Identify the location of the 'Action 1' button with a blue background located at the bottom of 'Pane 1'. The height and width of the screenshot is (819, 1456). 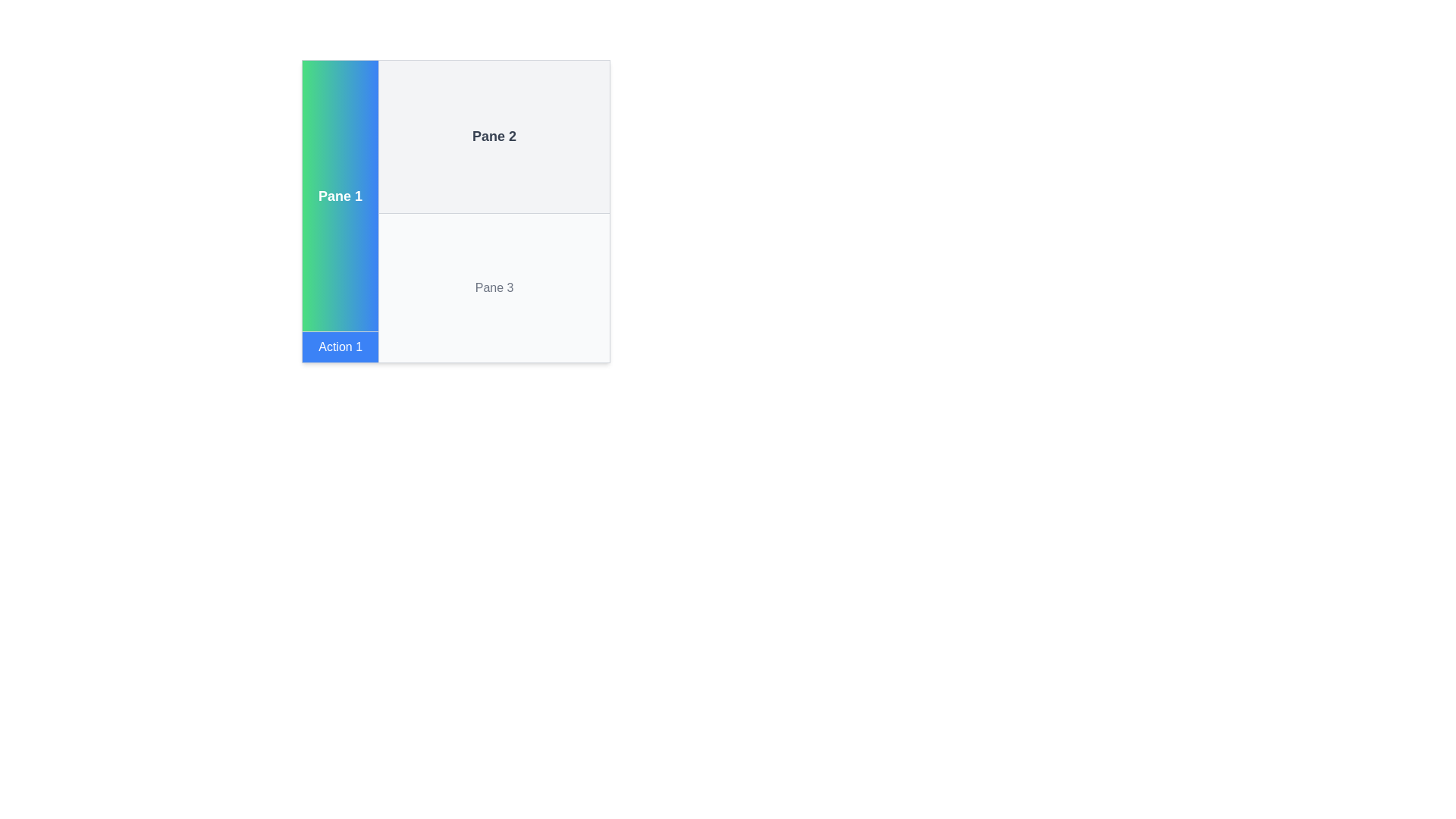
(340, 347).